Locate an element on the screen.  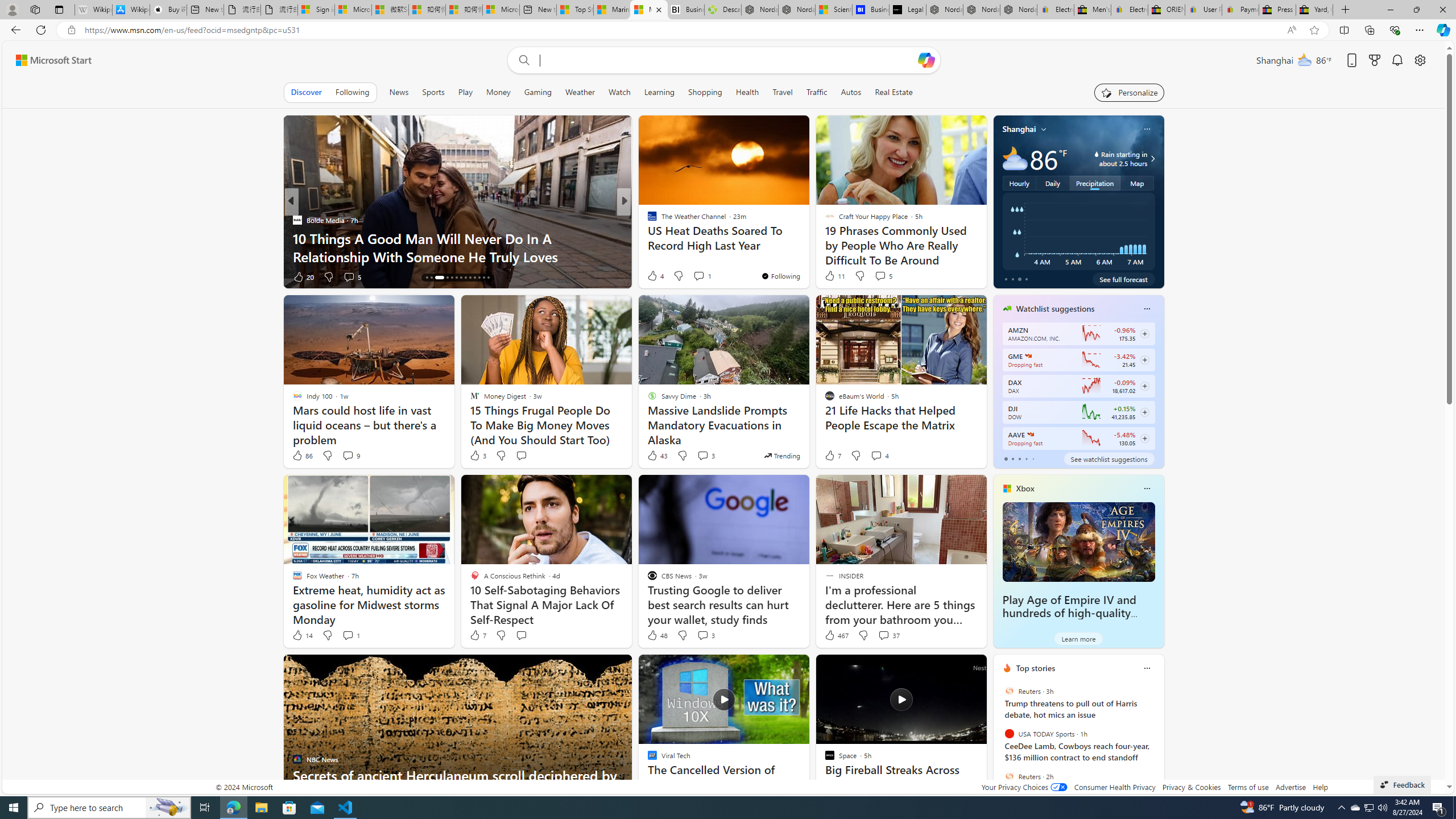
'14 Like' is located at coordinates (301, 634).